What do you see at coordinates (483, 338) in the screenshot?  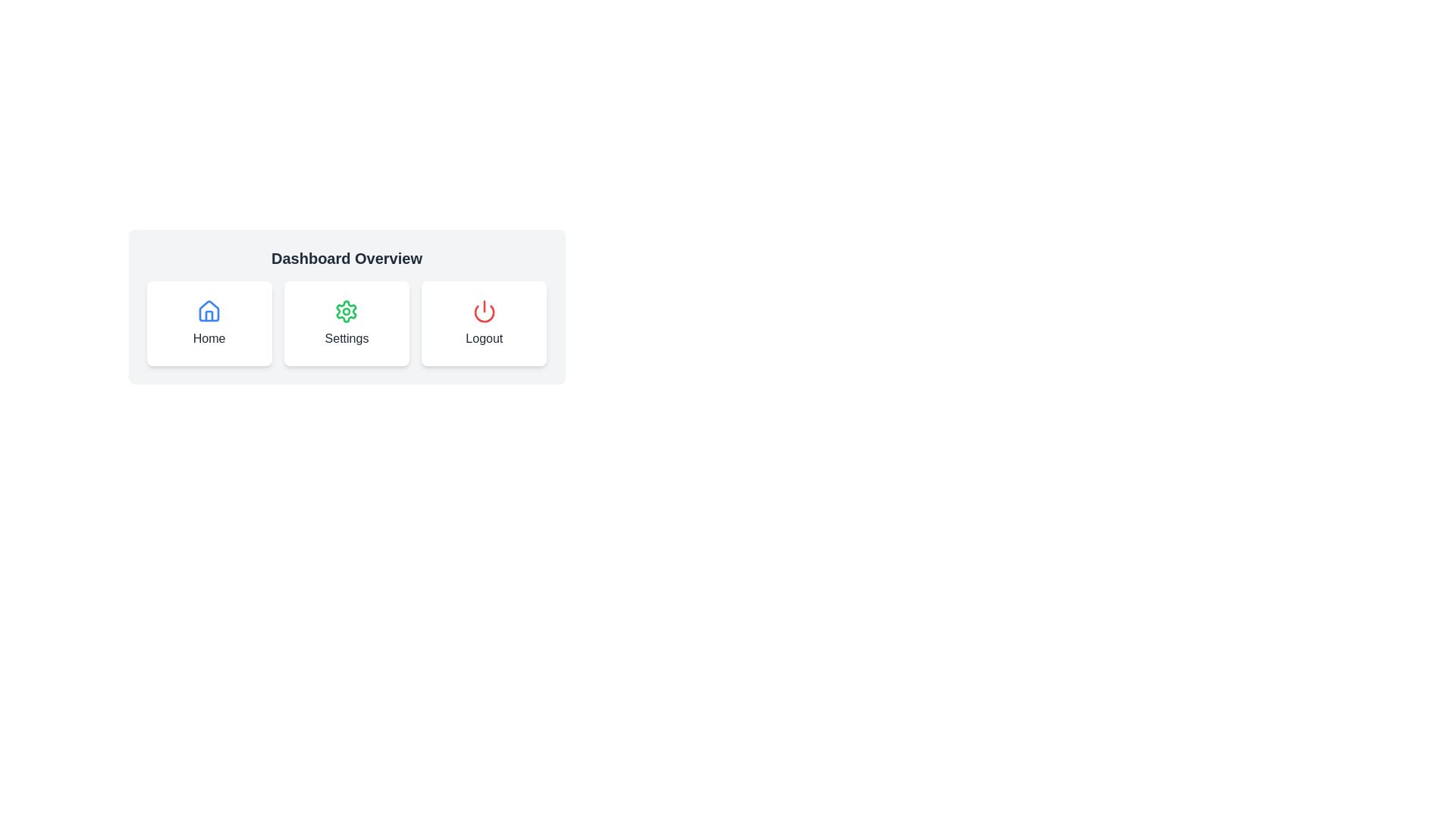 I see `text content of the logout label located under the red power icon, which is the third item in the horizontal arrangement of icons and labels` at bounding box center [483, 338].